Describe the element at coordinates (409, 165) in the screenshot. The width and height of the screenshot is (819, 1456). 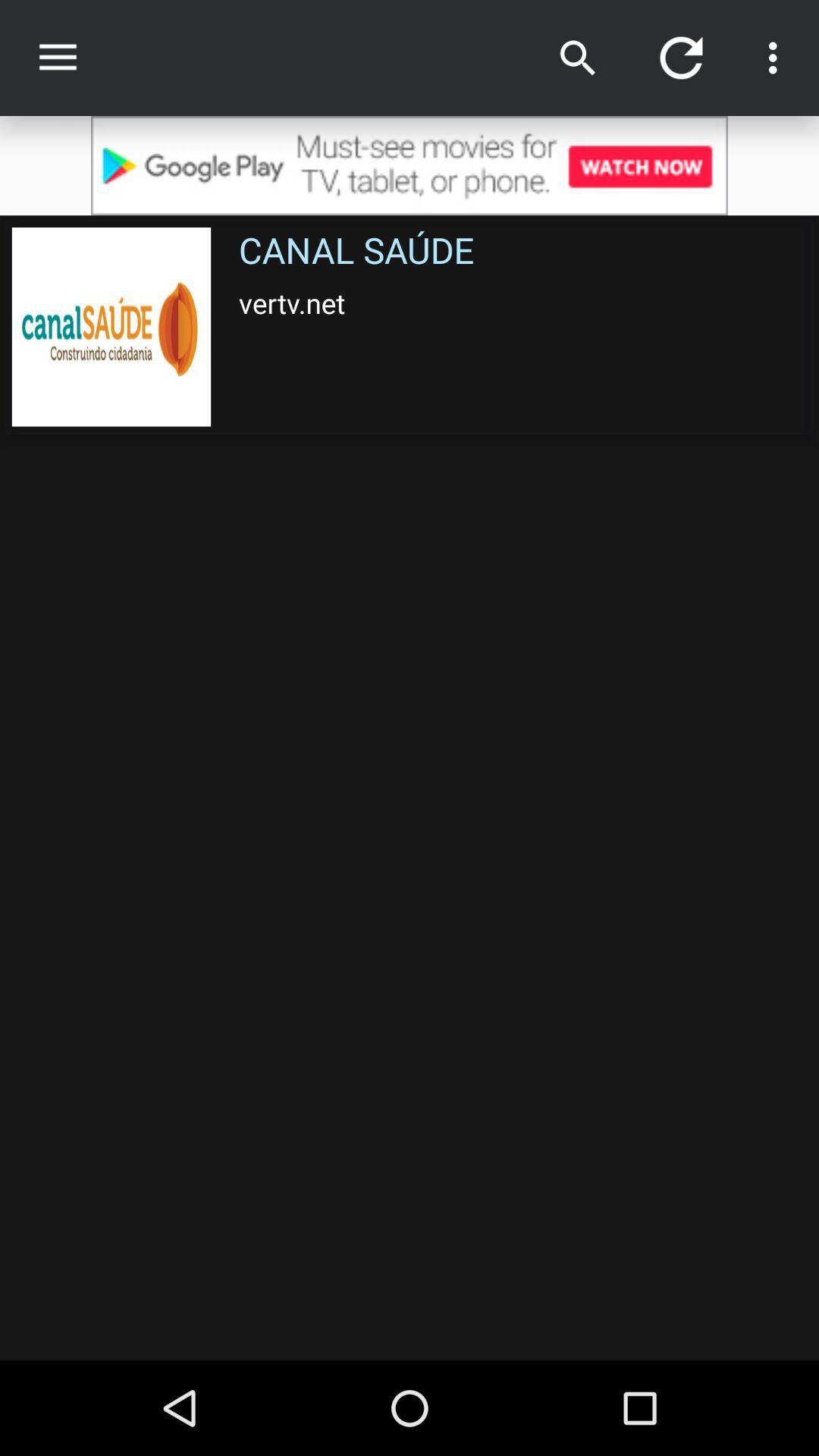
I see `this advertisement` at that location.